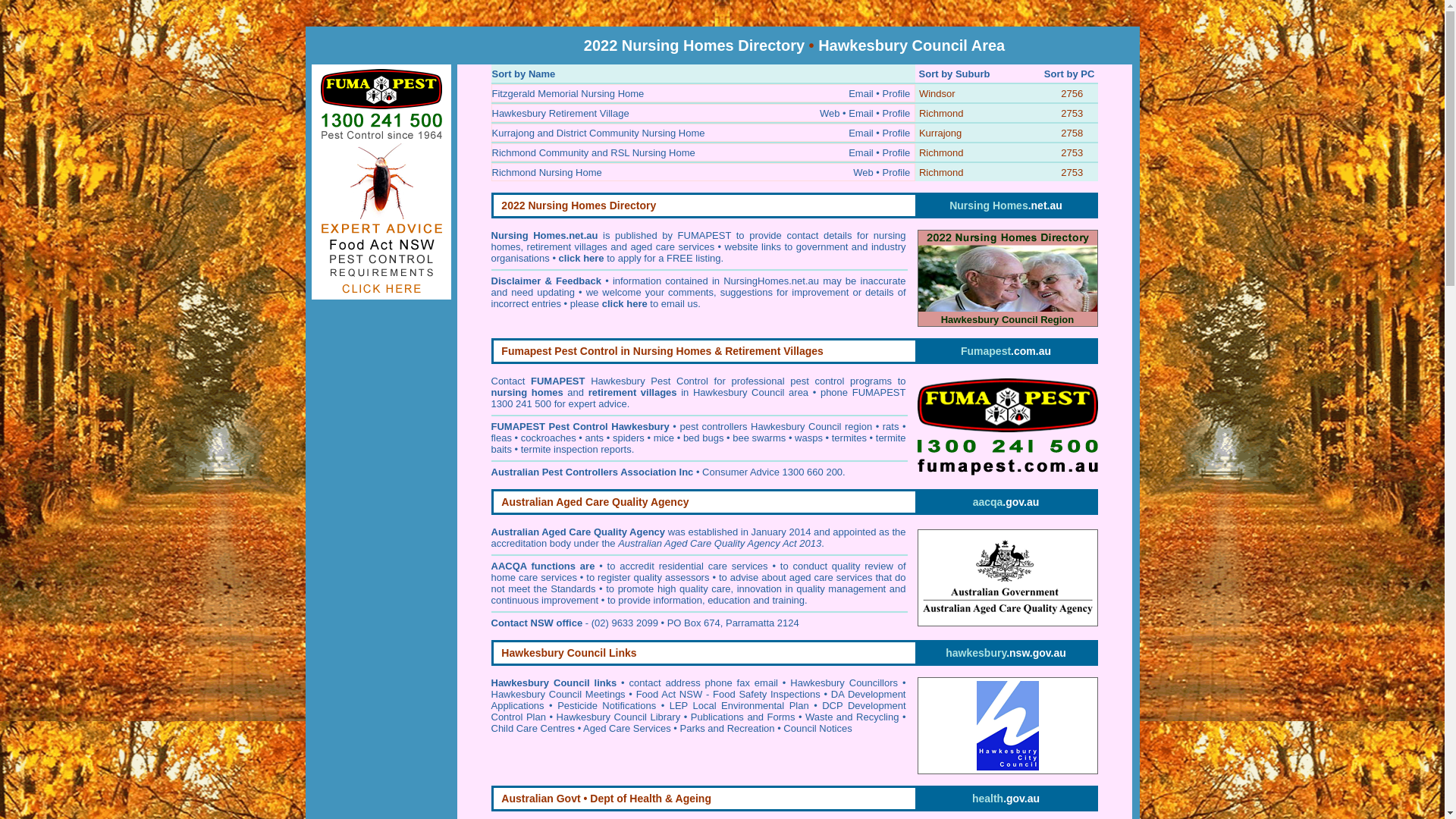 The image size is (1456, 819). I want to click on 'termite baits', so click(698, 444).